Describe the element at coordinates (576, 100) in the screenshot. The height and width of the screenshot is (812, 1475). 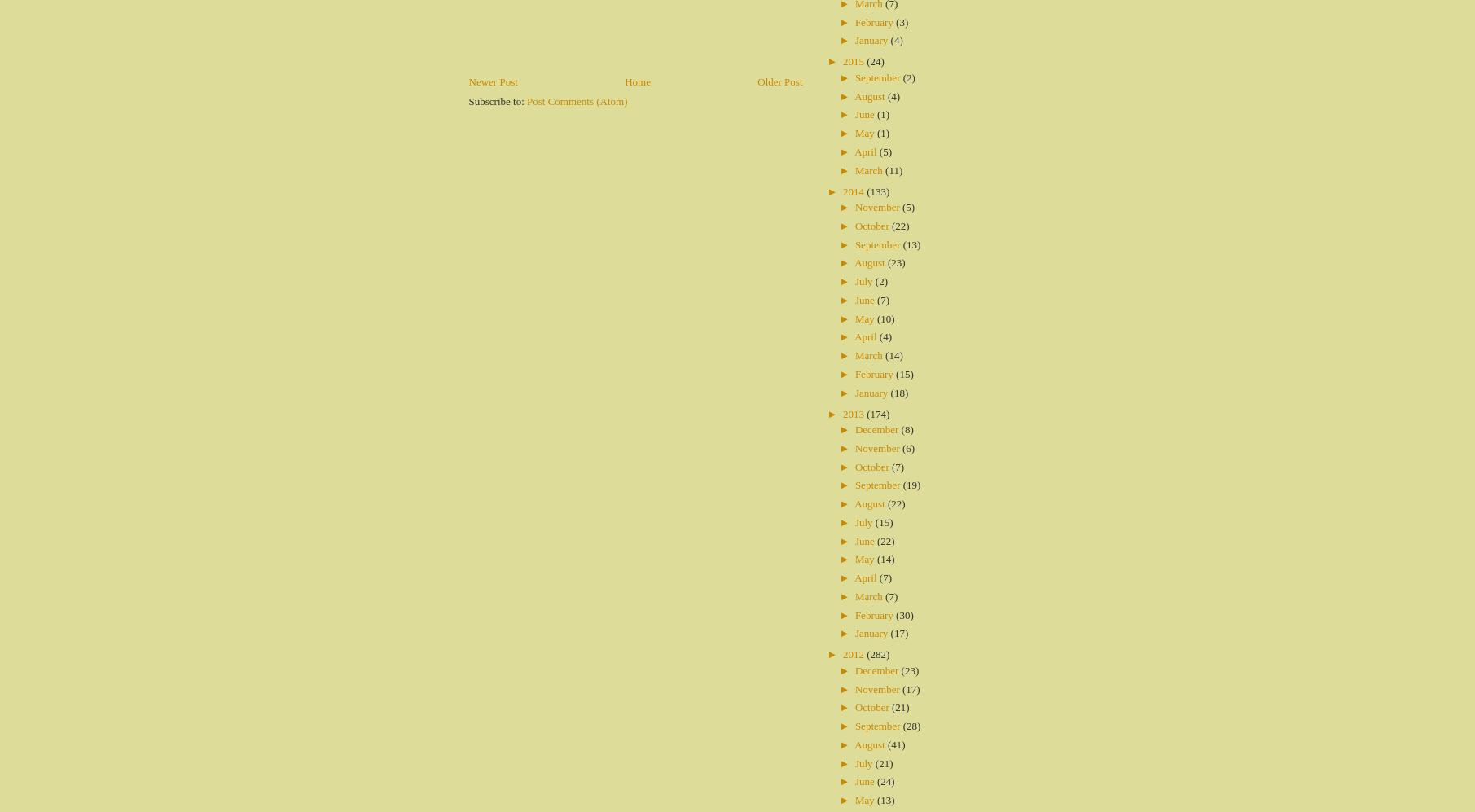
I see `'Post Comments (Atom)'` at that location.